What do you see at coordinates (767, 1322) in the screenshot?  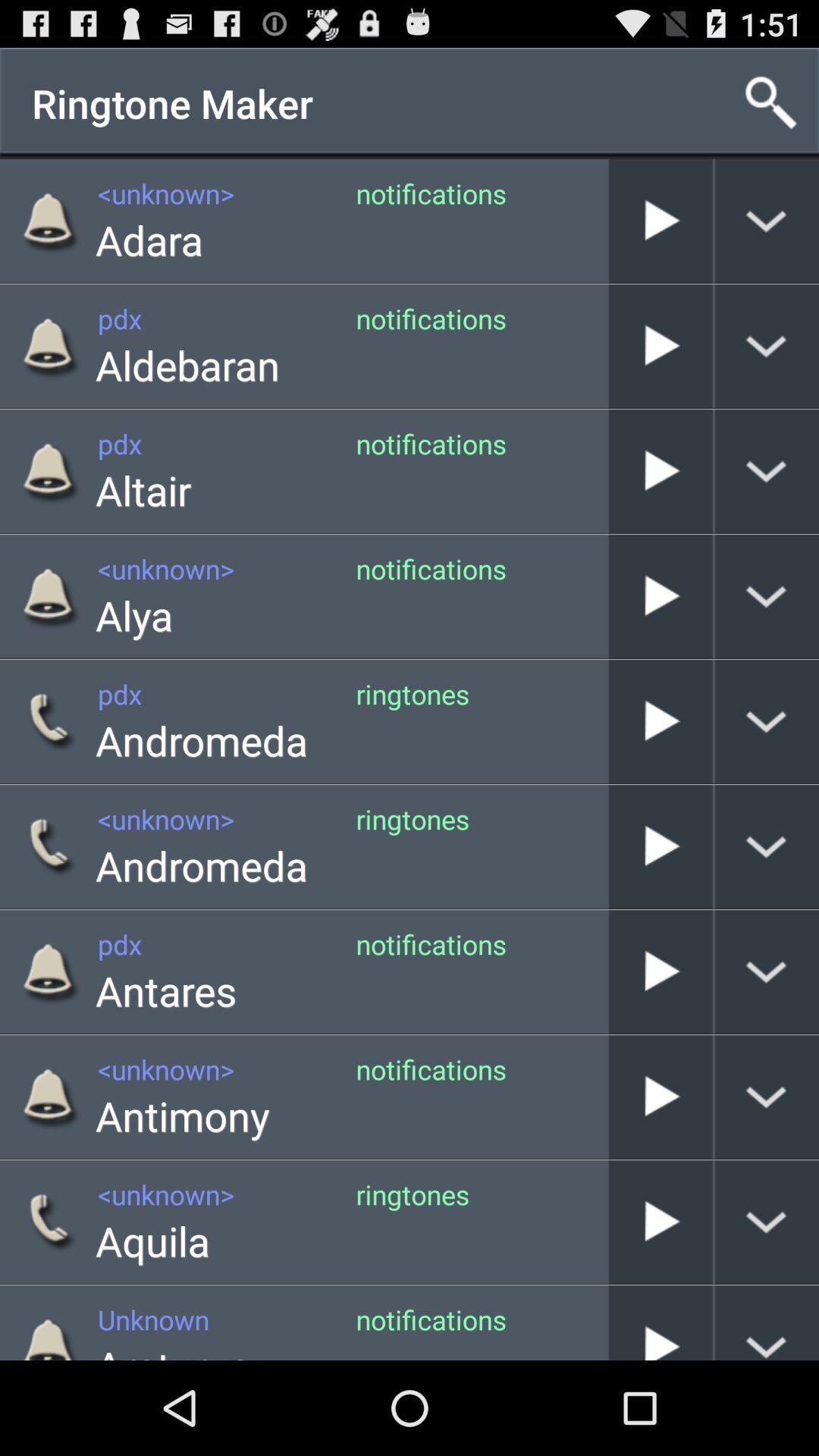 I see `show options` at bounding box center [767, 1322].